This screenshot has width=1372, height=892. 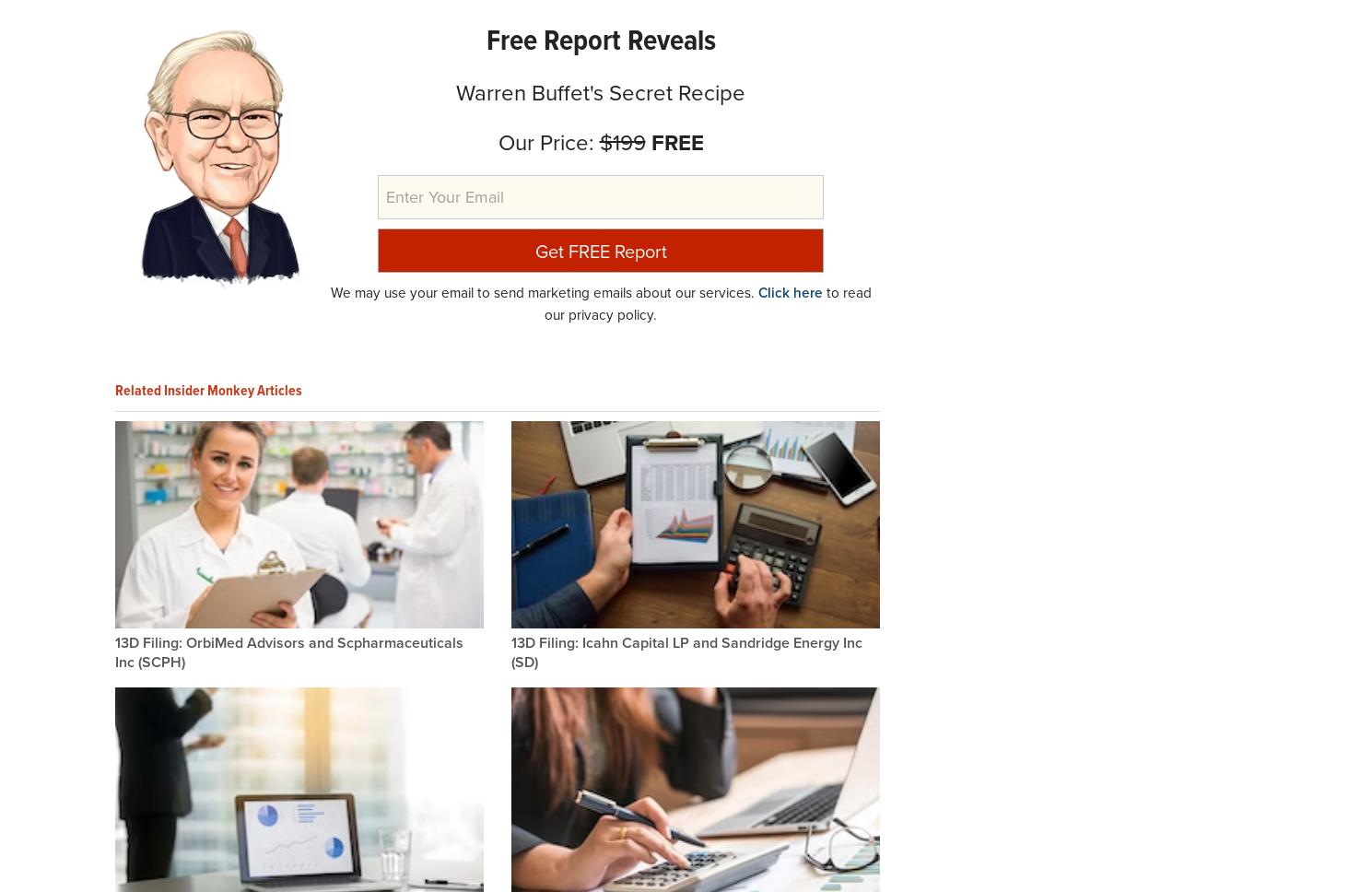 What do you see at coordinates (649, 141) in the screenshot?
I see `'FREE'` at bounding box center [649, 141].